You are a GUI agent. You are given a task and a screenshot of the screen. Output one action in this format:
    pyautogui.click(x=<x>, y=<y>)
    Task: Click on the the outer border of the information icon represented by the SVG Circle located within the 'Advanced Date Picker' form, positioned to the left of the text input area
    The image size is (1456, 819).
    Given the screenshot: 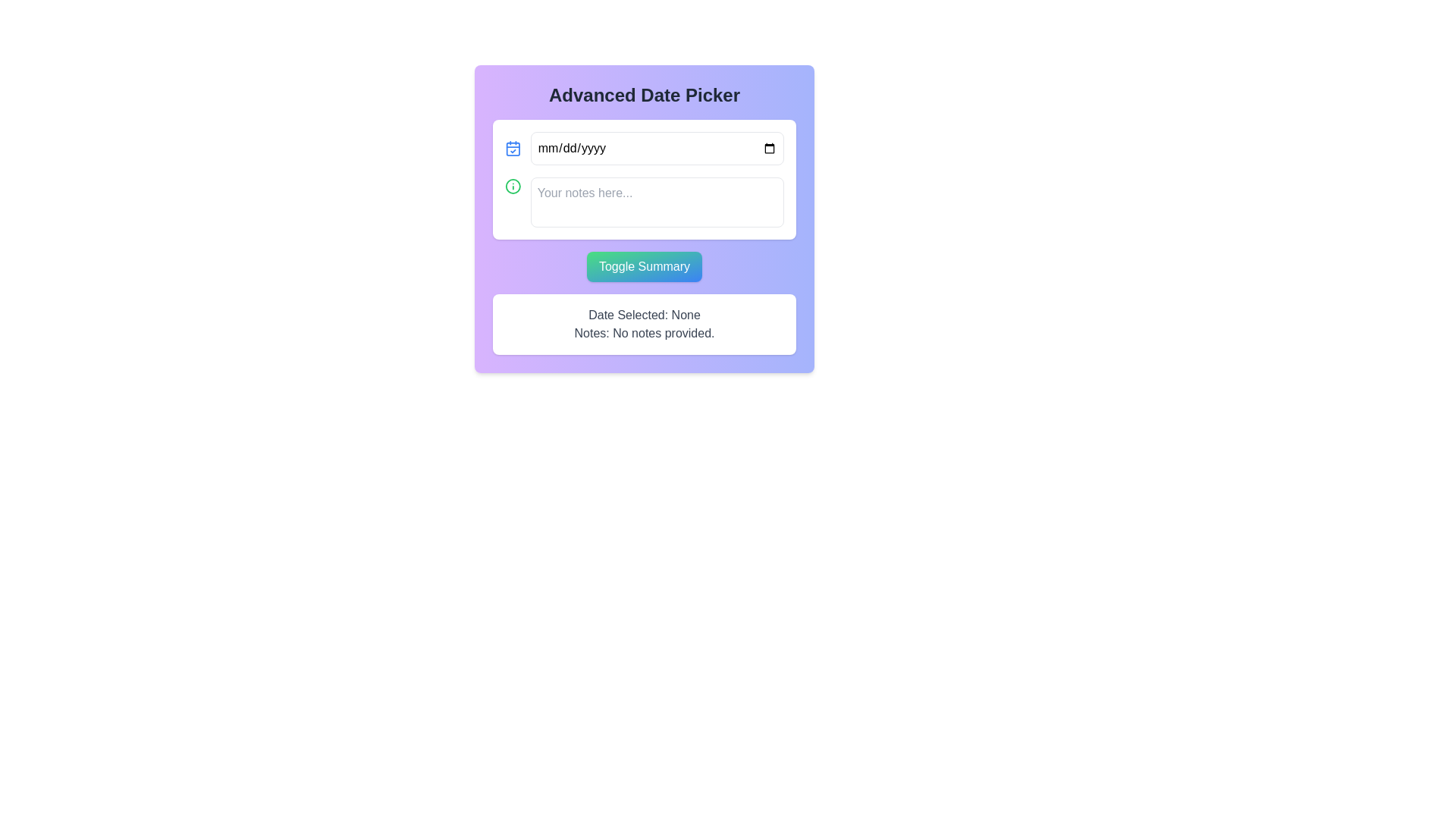 What is the action you would take?
    pyautogui.click(x=513, y=186)
    